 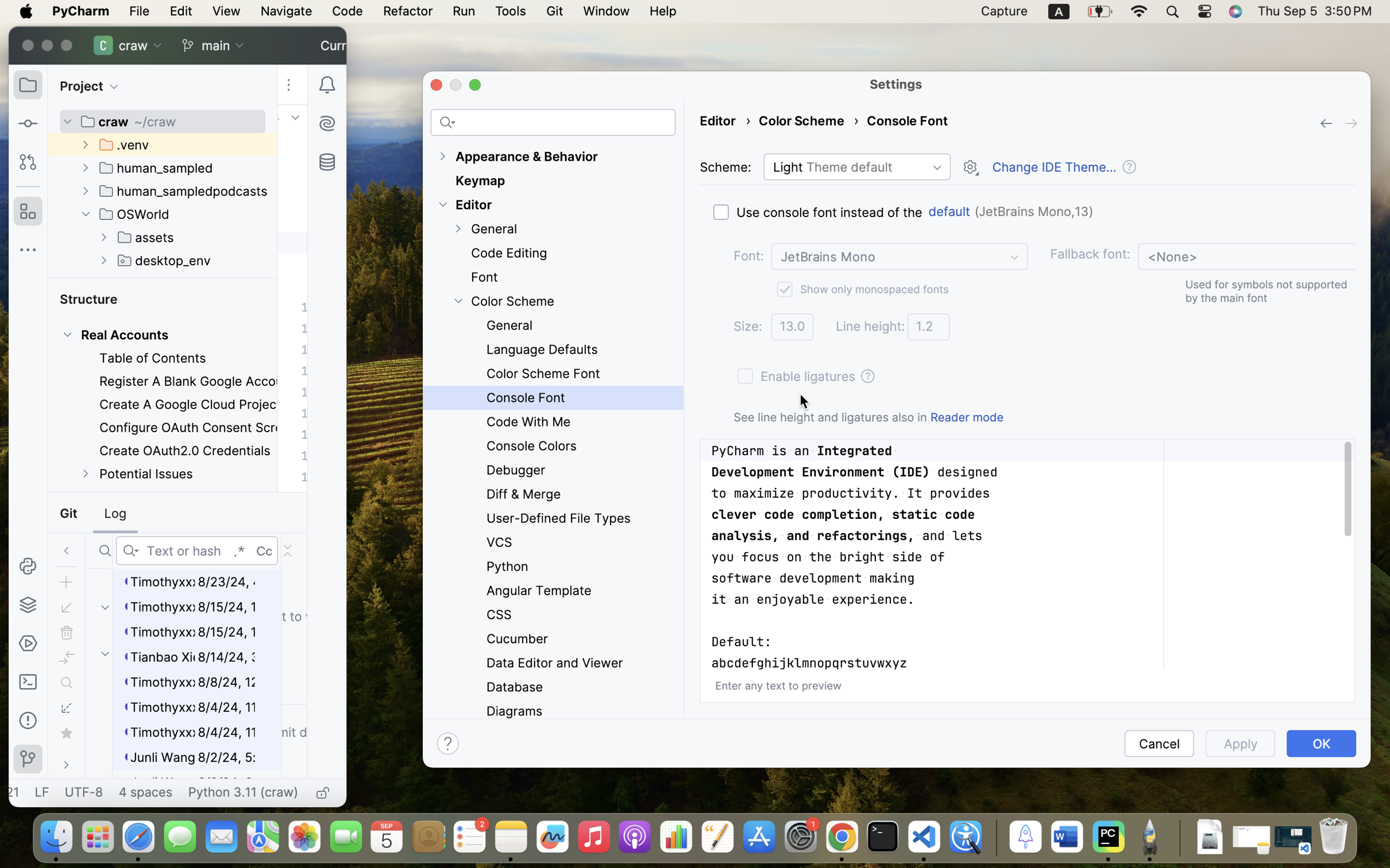 I want to click on 'Settings', so click(x=896, y=83).